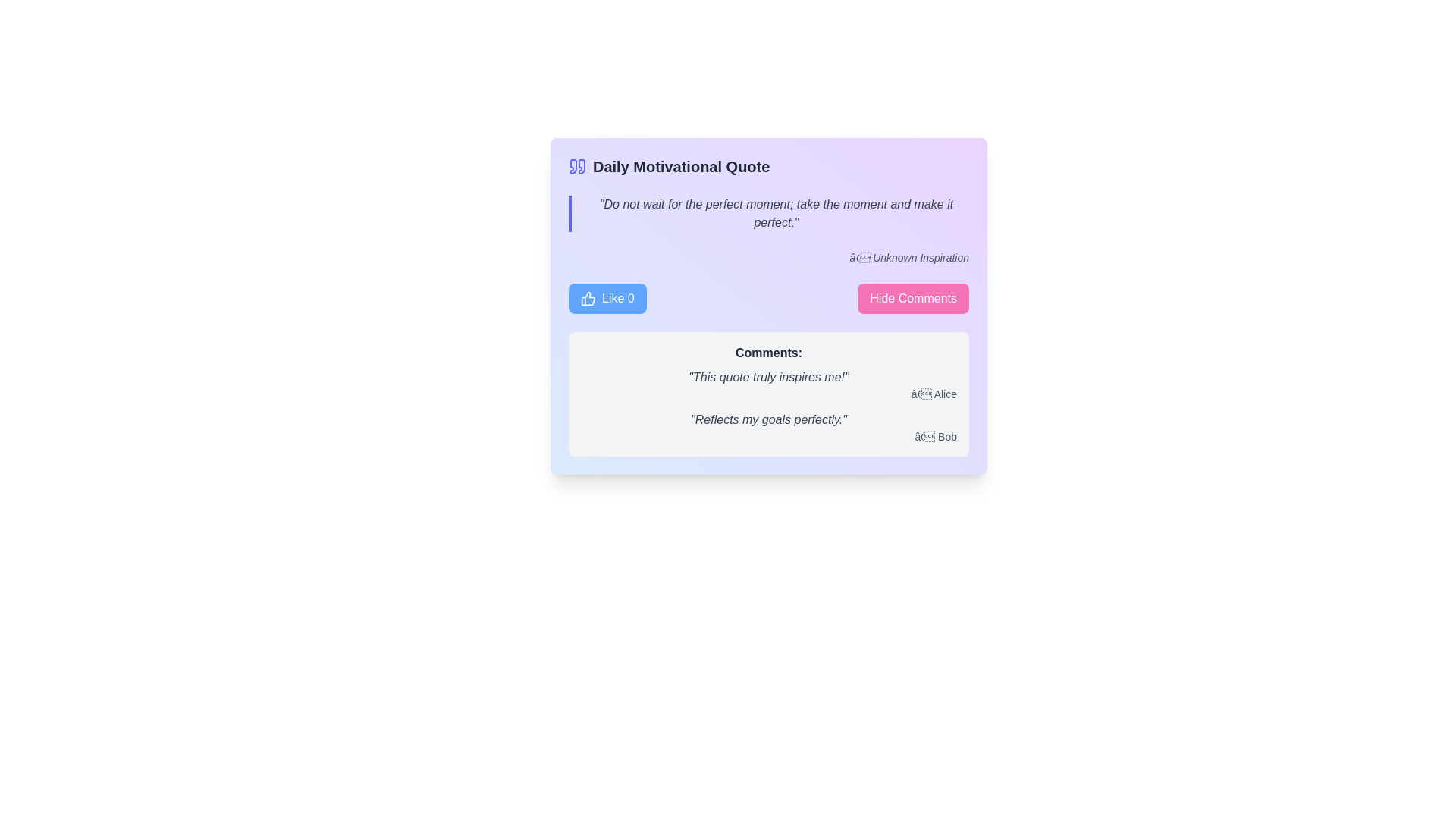 Image resolution: width=1456 pixels, height=819 pixels. What do you see at coordinates (768, 427) in the screenshot?
I see `the text element displaying 'Reflects my goals perfectly.— Bob', which is the second comment in the 'Comments' section of the motivational quote widget` at bounding box center [768, 427].